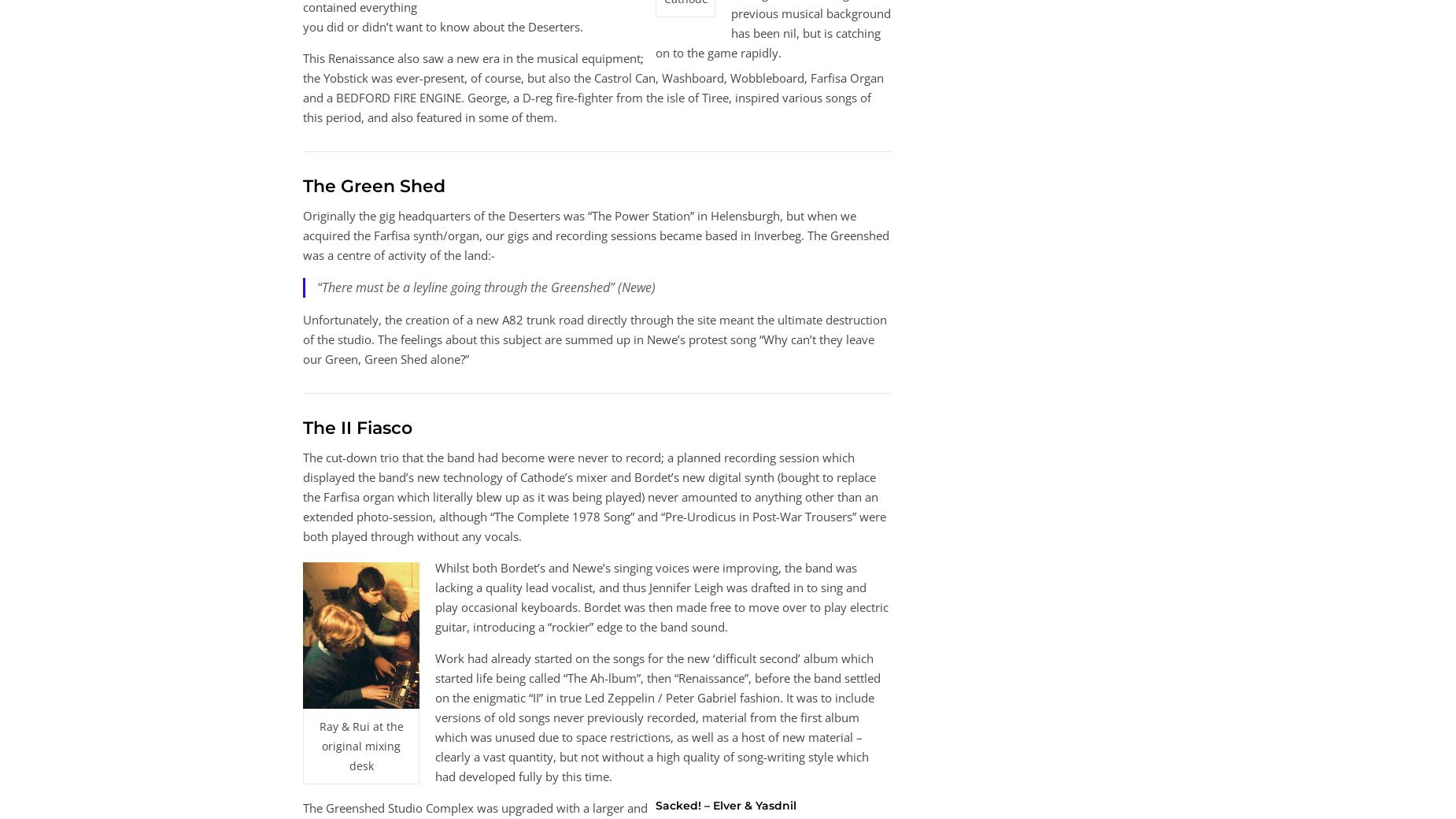  What do you see at coordinates (594, 495) in the screenshot?
I see `'The cut-down trio that the band had become were never to record; a planned recording session which displayed the band’s new technology of Cathode’s mixer and Bordet’s new digital synth (bought to replace the Farfisa organ which literally blew up as it was being played) never amounted to anything other than an extended photo-session, although “The Complete 1978 Song” and “Pre-Urodicus in Post-War Trousers” were both played through without any vocals.'` at bounding box center [594, 495].